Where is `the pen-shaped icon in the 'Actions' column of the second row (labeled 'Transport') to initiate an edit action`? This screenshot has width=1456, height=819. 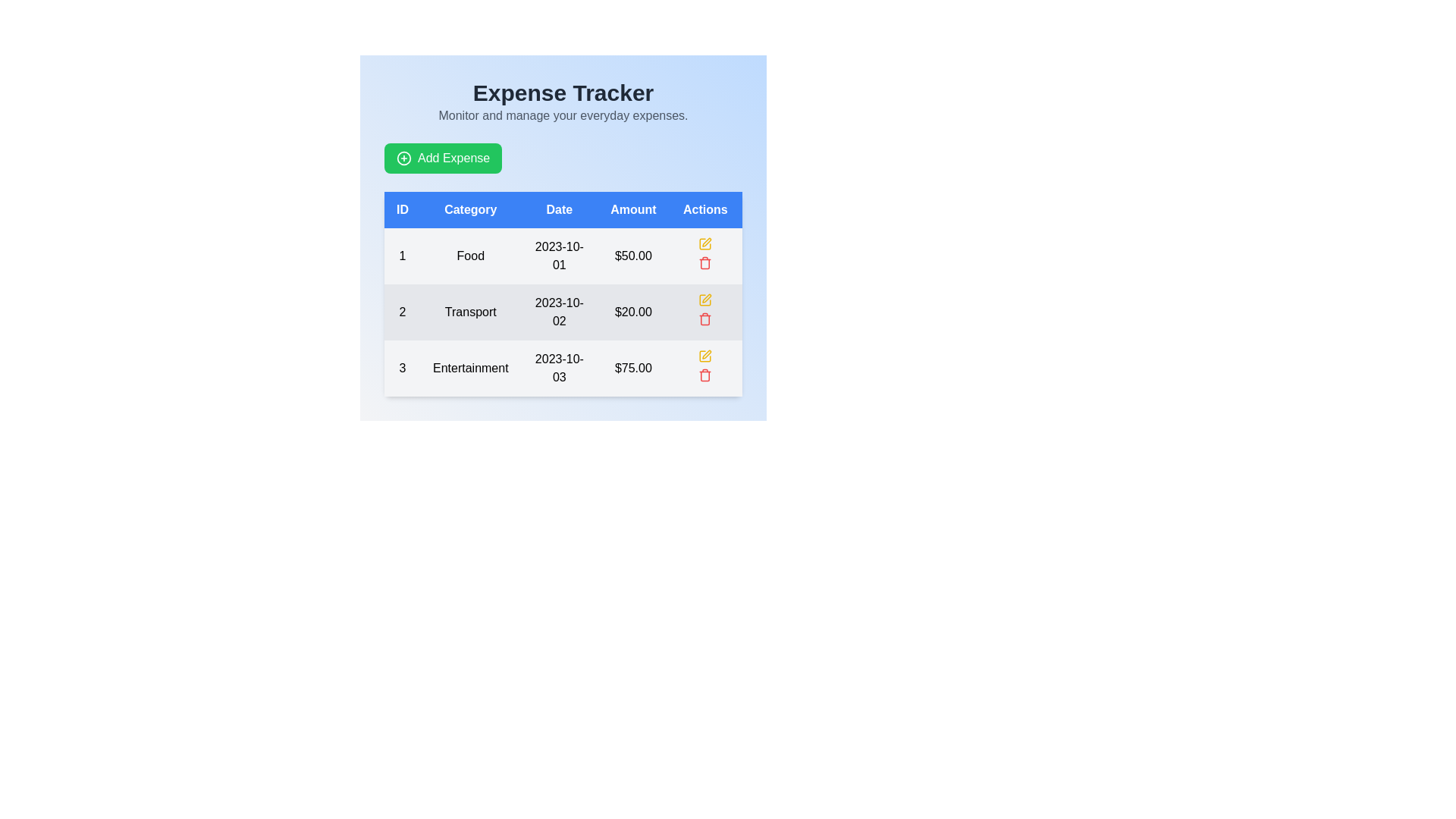 the pen-shaped icon in the 'Actions' column of the second row (labeled 'Transport') to initiate an edit action is located at coordinates (706, 298).